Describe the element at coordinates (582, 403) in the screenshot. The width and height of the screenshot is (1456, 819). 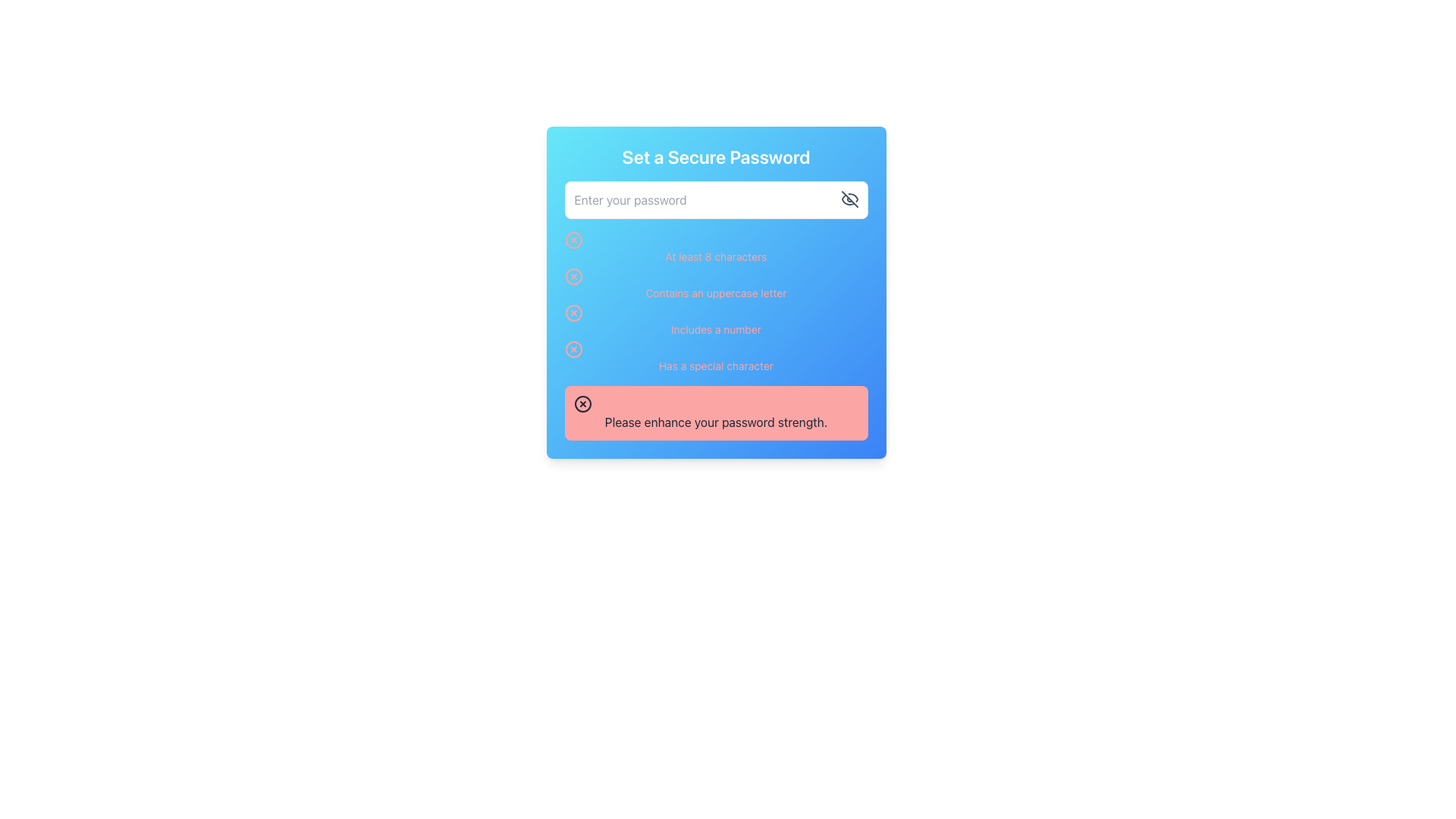
I see `the circular graphical element with a black stroke and transparent fill, located within the lower error message box, near its left side` at that location.